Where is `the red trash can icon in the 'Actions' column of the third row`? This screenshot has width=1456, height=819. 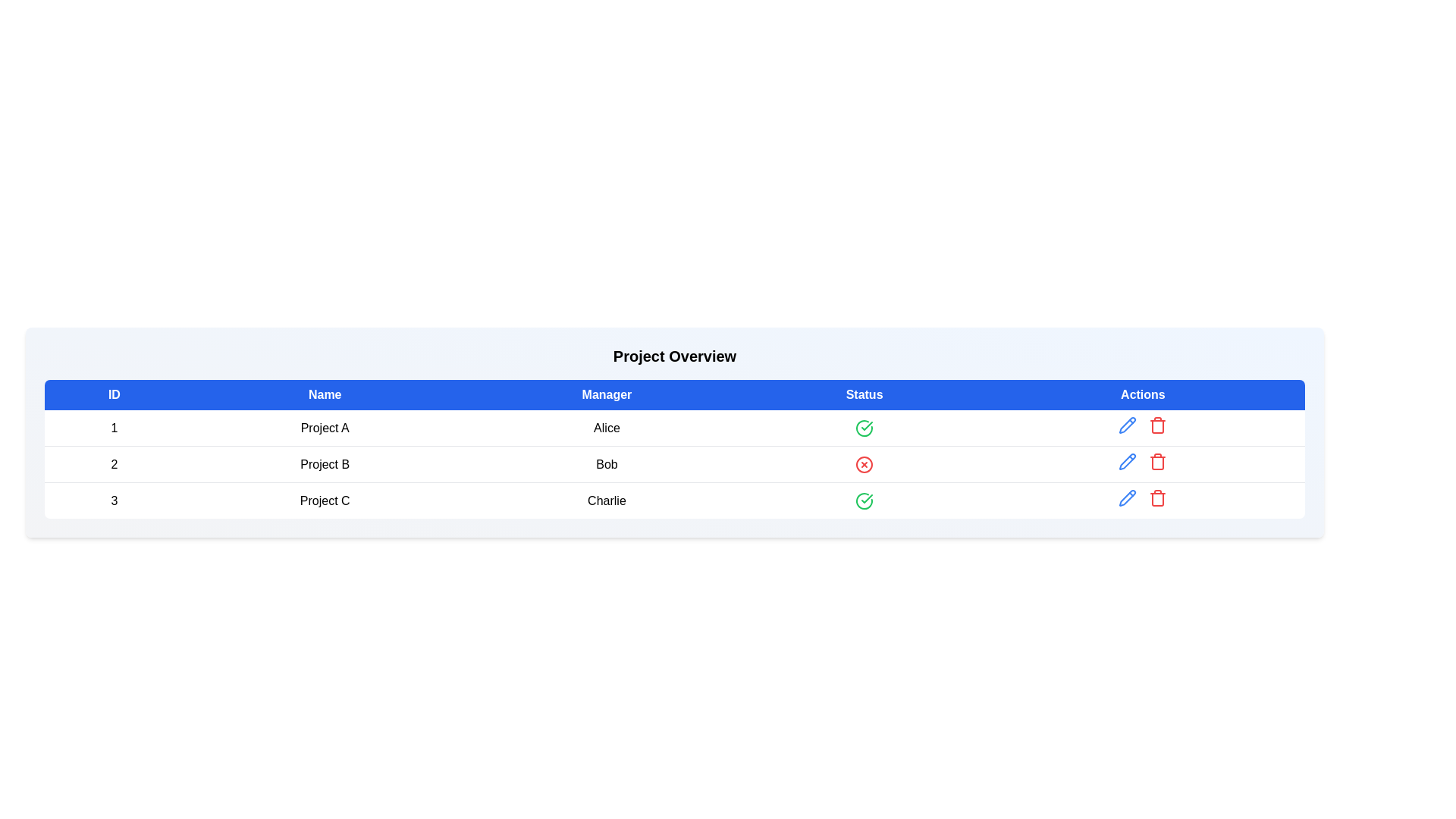 the red trash can icon in the 'Actions' column of the third row is located at coordinates (1157, 497).